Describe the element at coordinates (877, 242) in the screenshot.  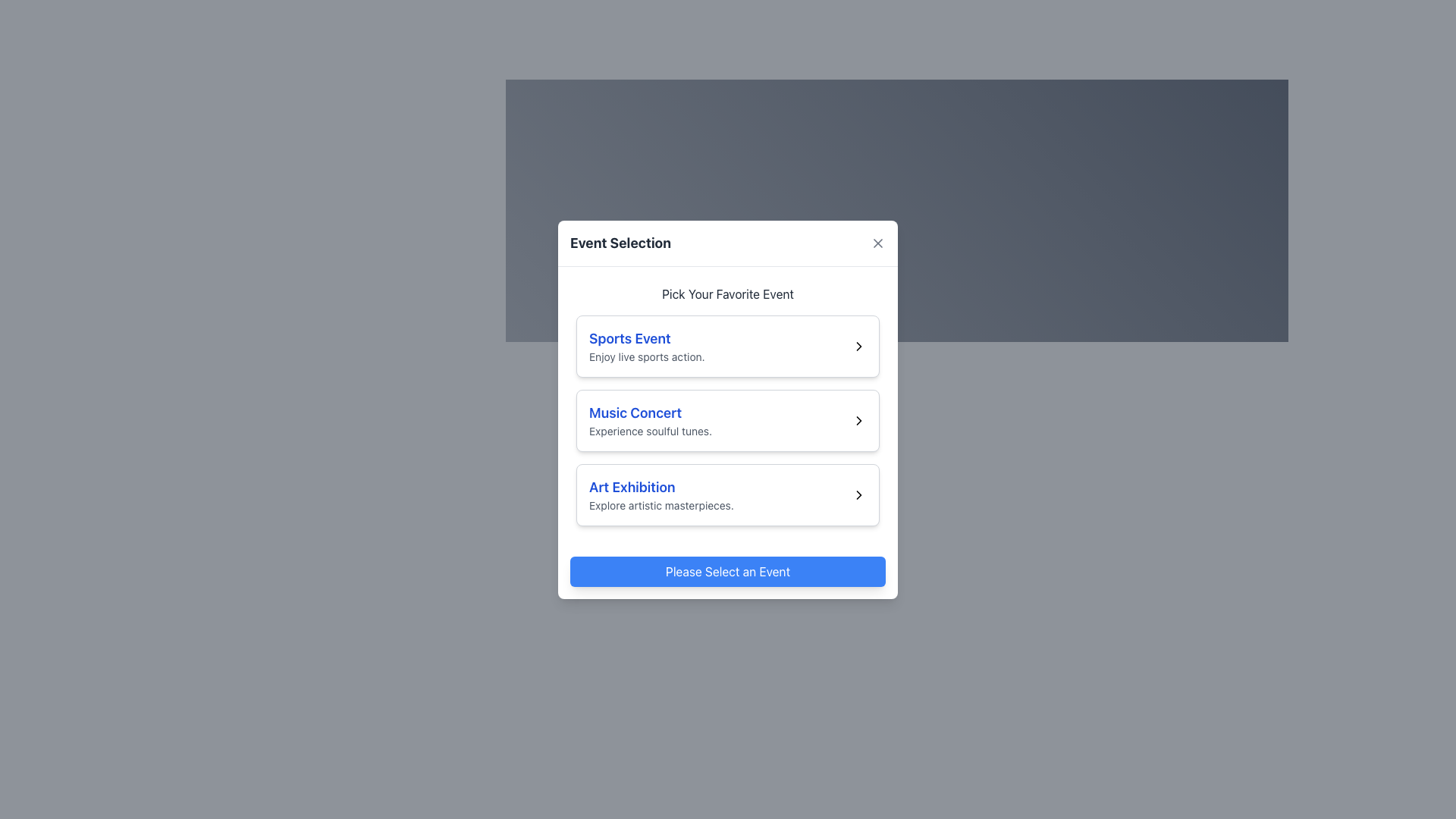
I see `the Close icon, which is a diagonal cross styled with thin lines in the top-right corner of the modal header` at that location.